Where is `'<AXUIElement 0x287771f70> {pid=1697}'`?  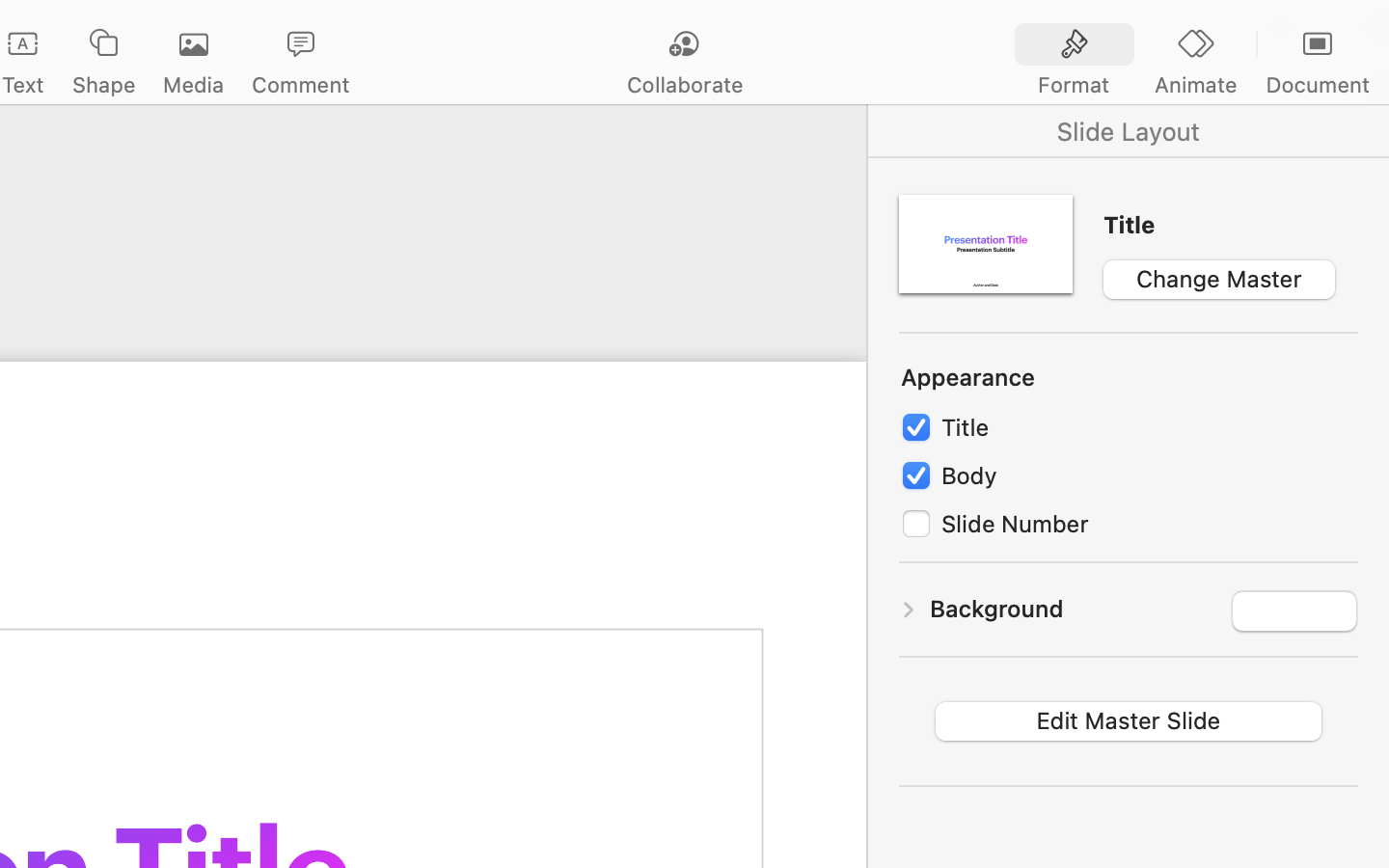 '<AXUIElement 0x287771f70> {pid=1697}' is located at coordinates (1194, 43).